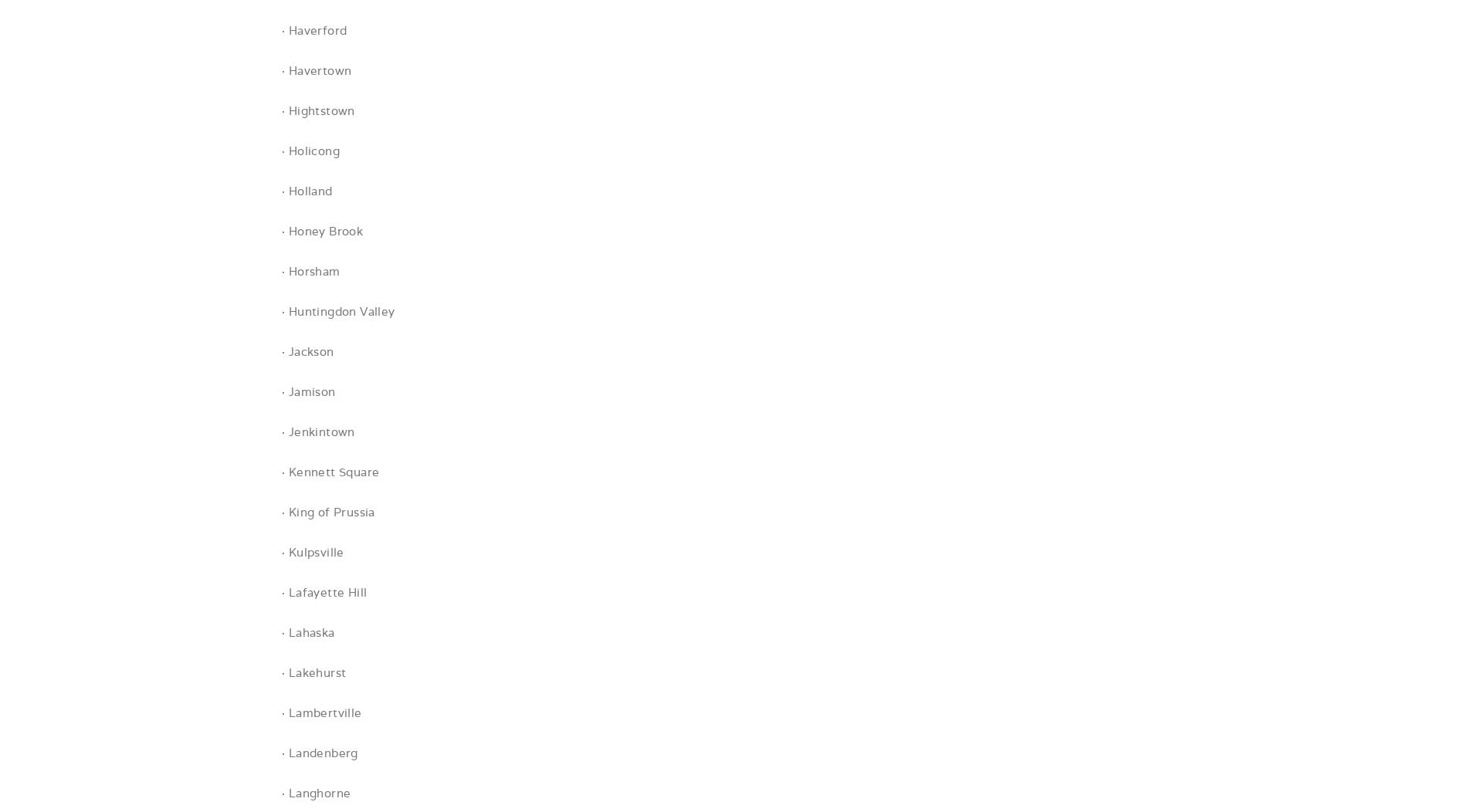 This screenshot has height=812, width=1467. Describe the element at coordinates (312, 552) in the screenshot. I see `'· Kulpsville'` at that location.